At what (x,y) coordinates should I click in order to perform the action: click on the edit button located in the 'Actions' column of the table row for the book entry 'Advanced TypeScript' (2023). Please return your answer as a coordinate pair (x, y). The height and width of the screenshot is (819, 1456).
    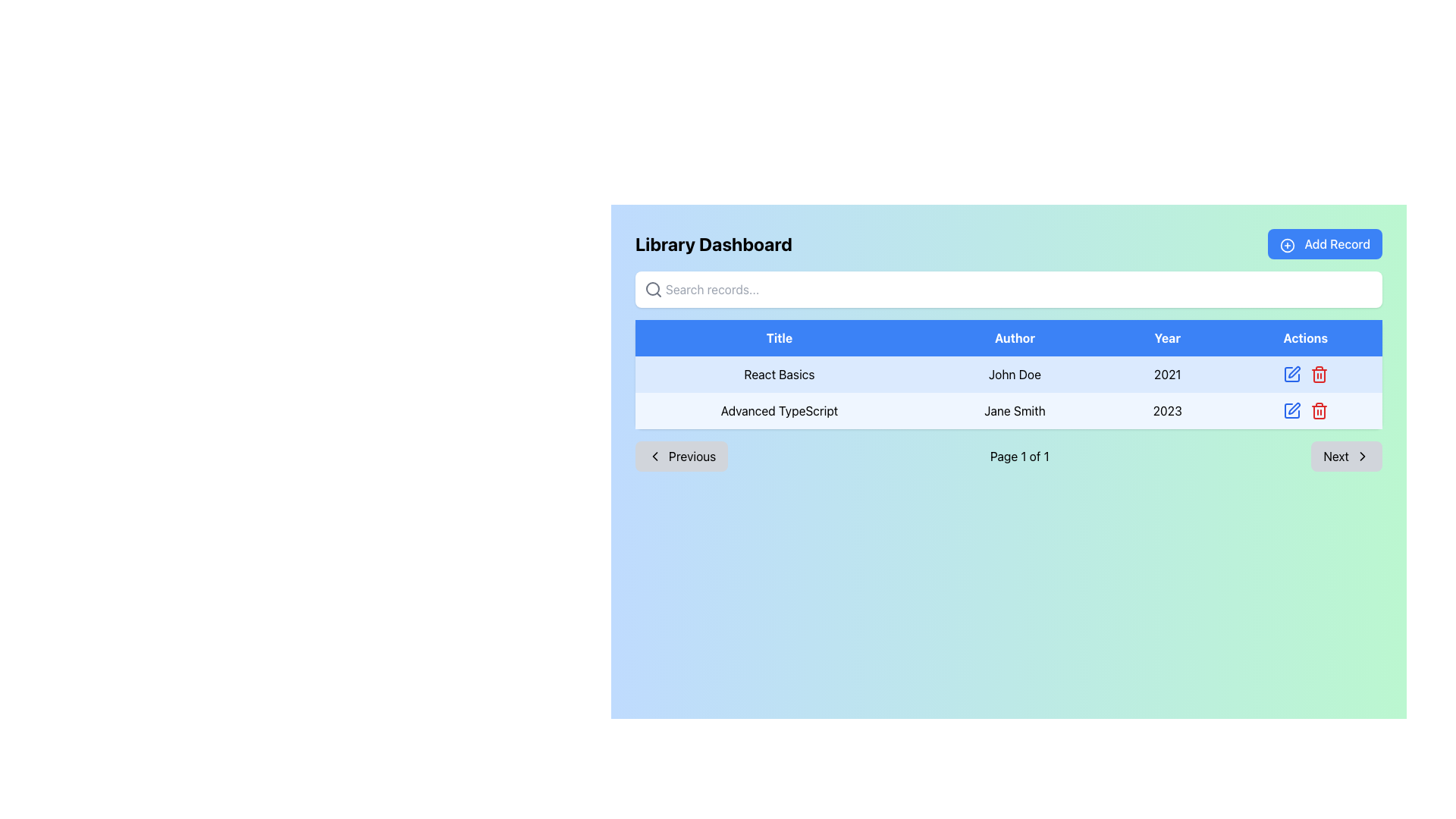
    Looking at the image, I should click on (1304, 411).